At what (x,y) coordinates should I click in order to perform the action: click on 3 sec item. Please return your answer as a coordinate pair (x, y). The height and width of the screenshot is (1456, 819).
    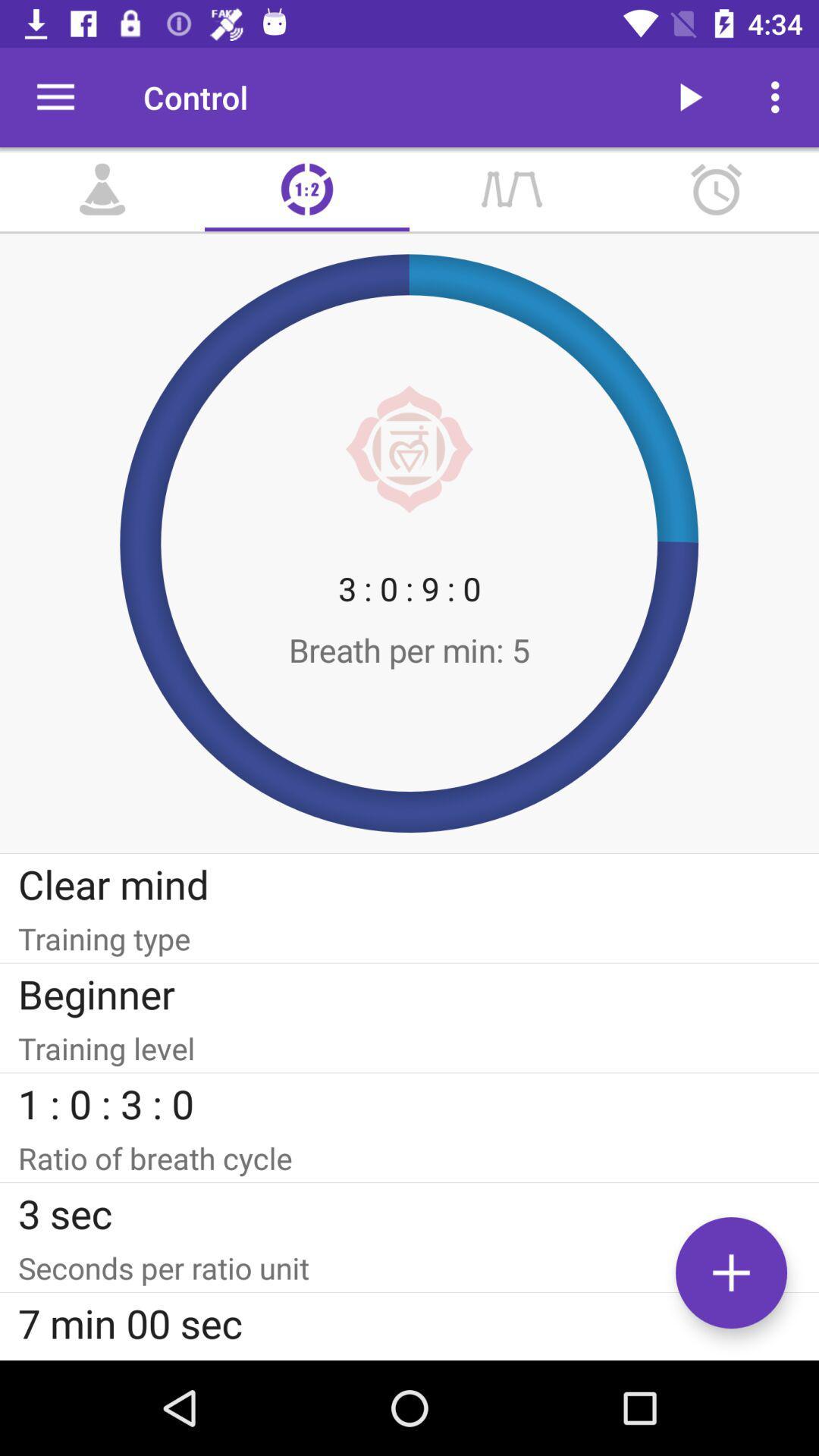
    Looking at the image, I should click on (409, 1213).